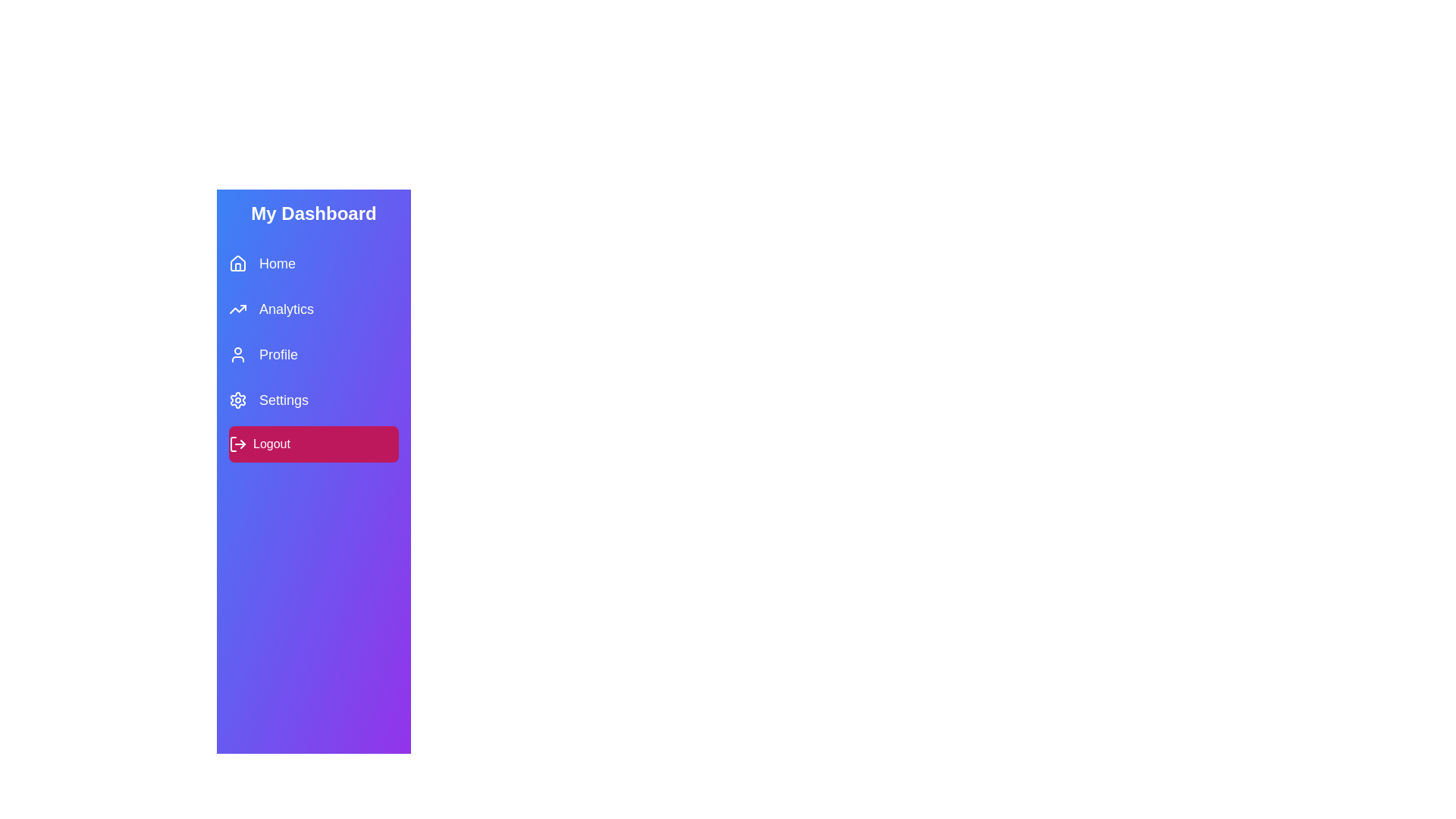  Describe the element at coordinates (237, 354) in the screenshot. I see `the 'Profile' menu item icon, which is positioned to the left of the 'Profile' text in the vertical navigation bar` at that location.